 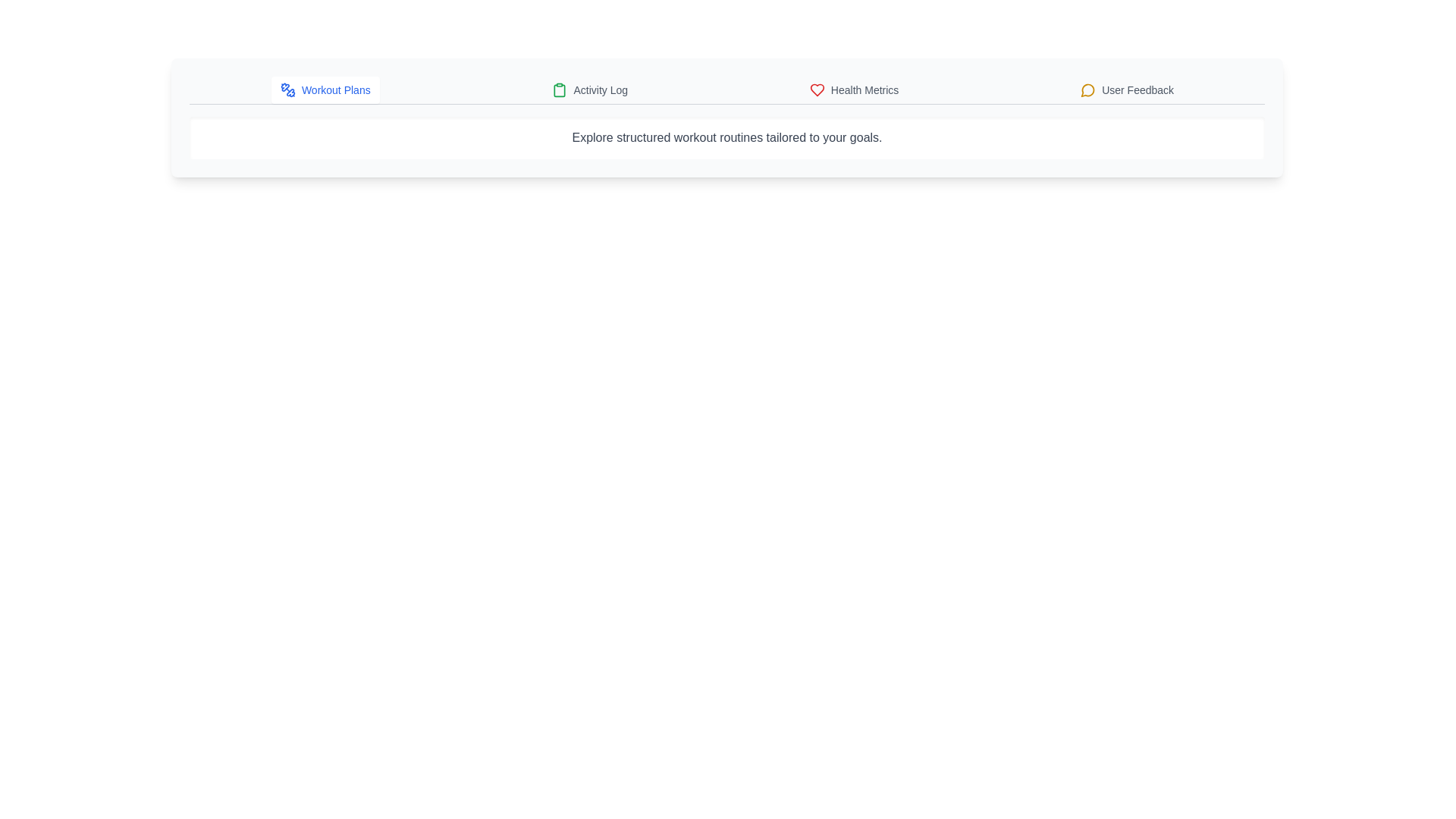 I want to click on the 'Workout Plans' text label located in the navigation bar at the top of the interface, so click(x=335, y=90).